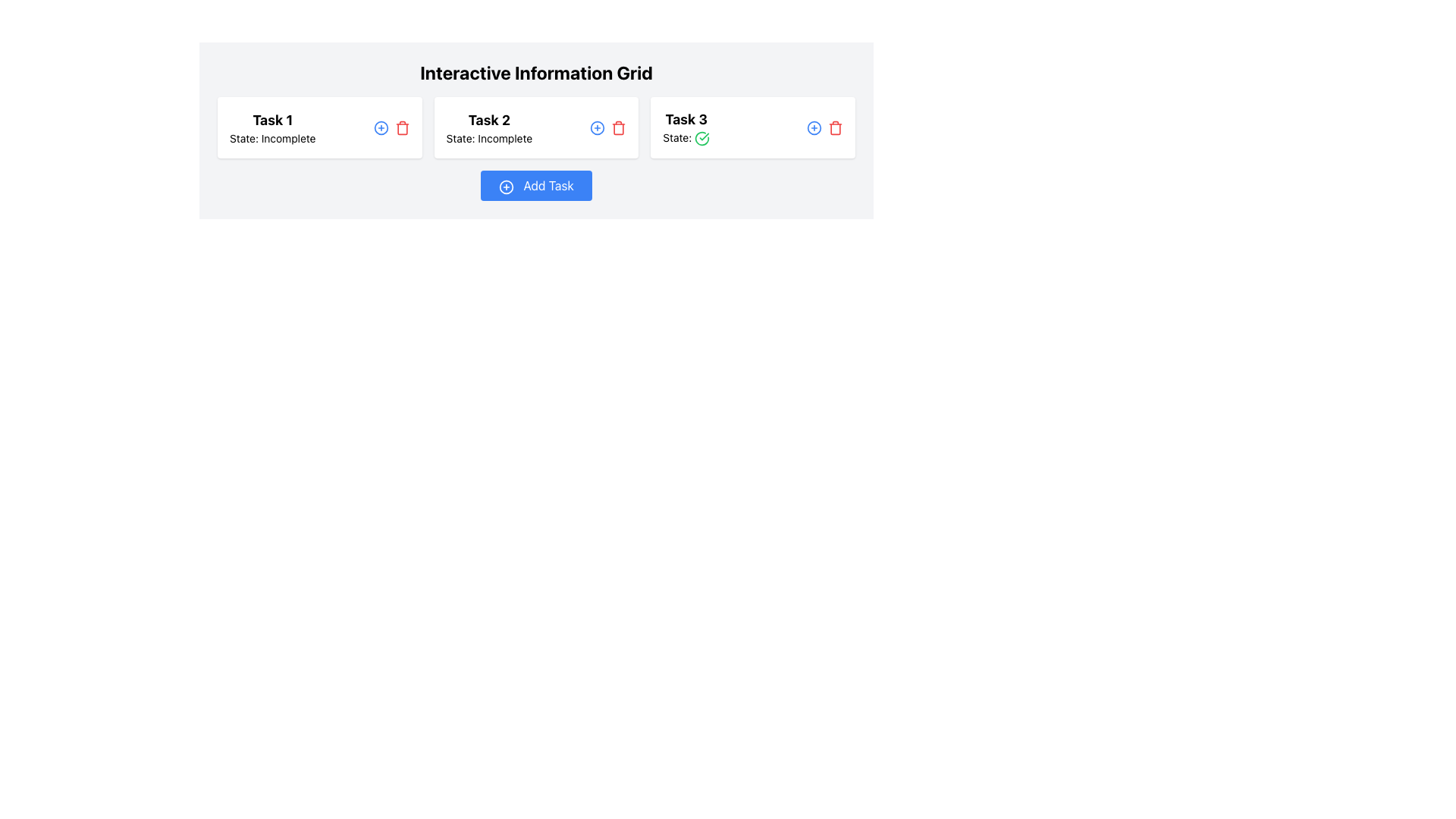 This screenshot has width=1456, height=819. What do you see at coordinates (701, 139) in the screenshot?
I see `the 'completed' icon indicating the 'checked' state for 'Task 3', located on the far-right side of the task box, right after the label 'State:'` at bounding box center [701, 139].